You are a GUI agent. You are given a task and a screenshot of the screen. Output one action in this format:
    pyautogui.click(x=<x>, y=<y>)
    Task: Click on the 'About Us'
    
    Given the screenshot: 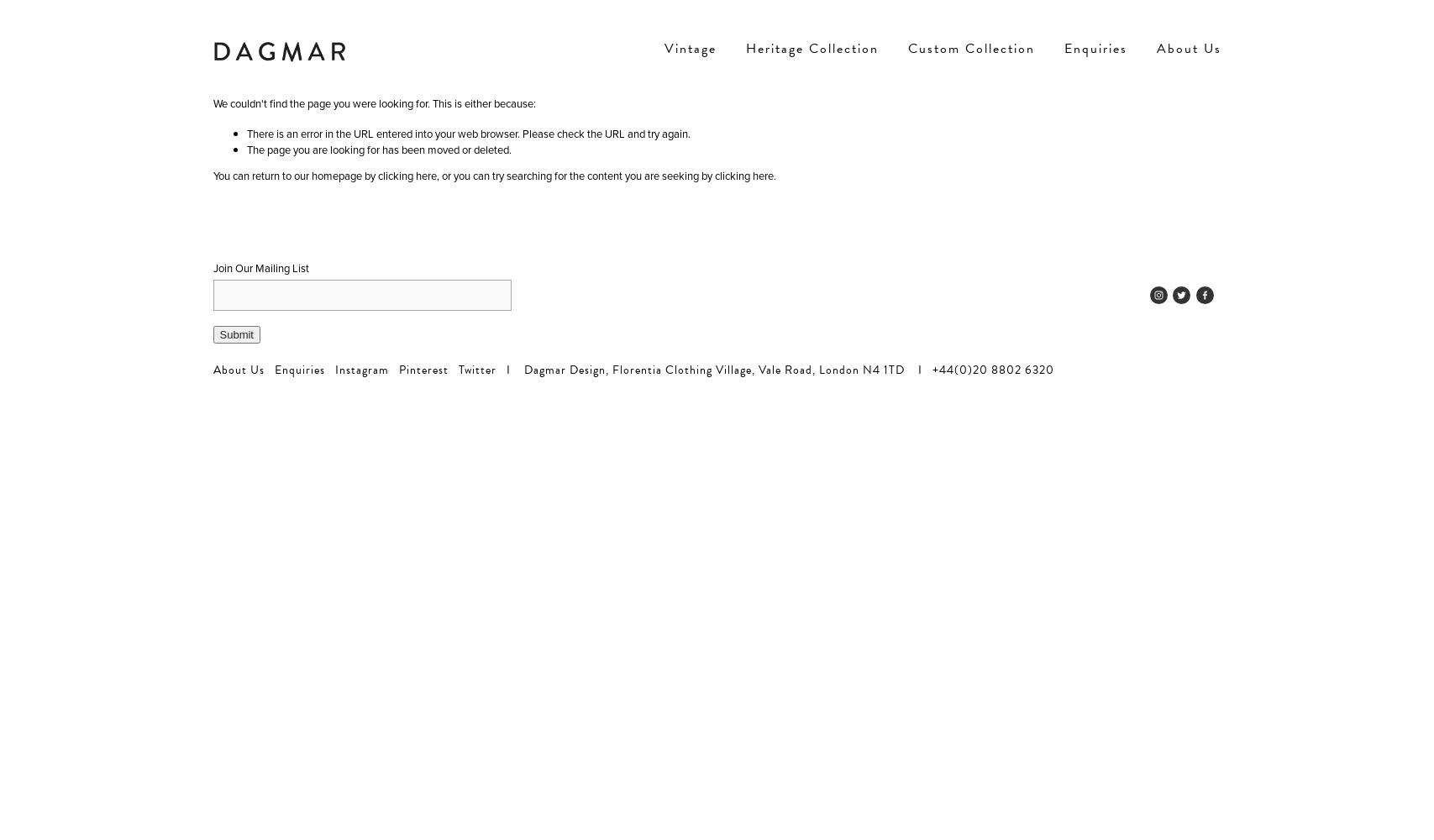 What is the action you would take?
    pyautogui.click(x=238, y=369)
    